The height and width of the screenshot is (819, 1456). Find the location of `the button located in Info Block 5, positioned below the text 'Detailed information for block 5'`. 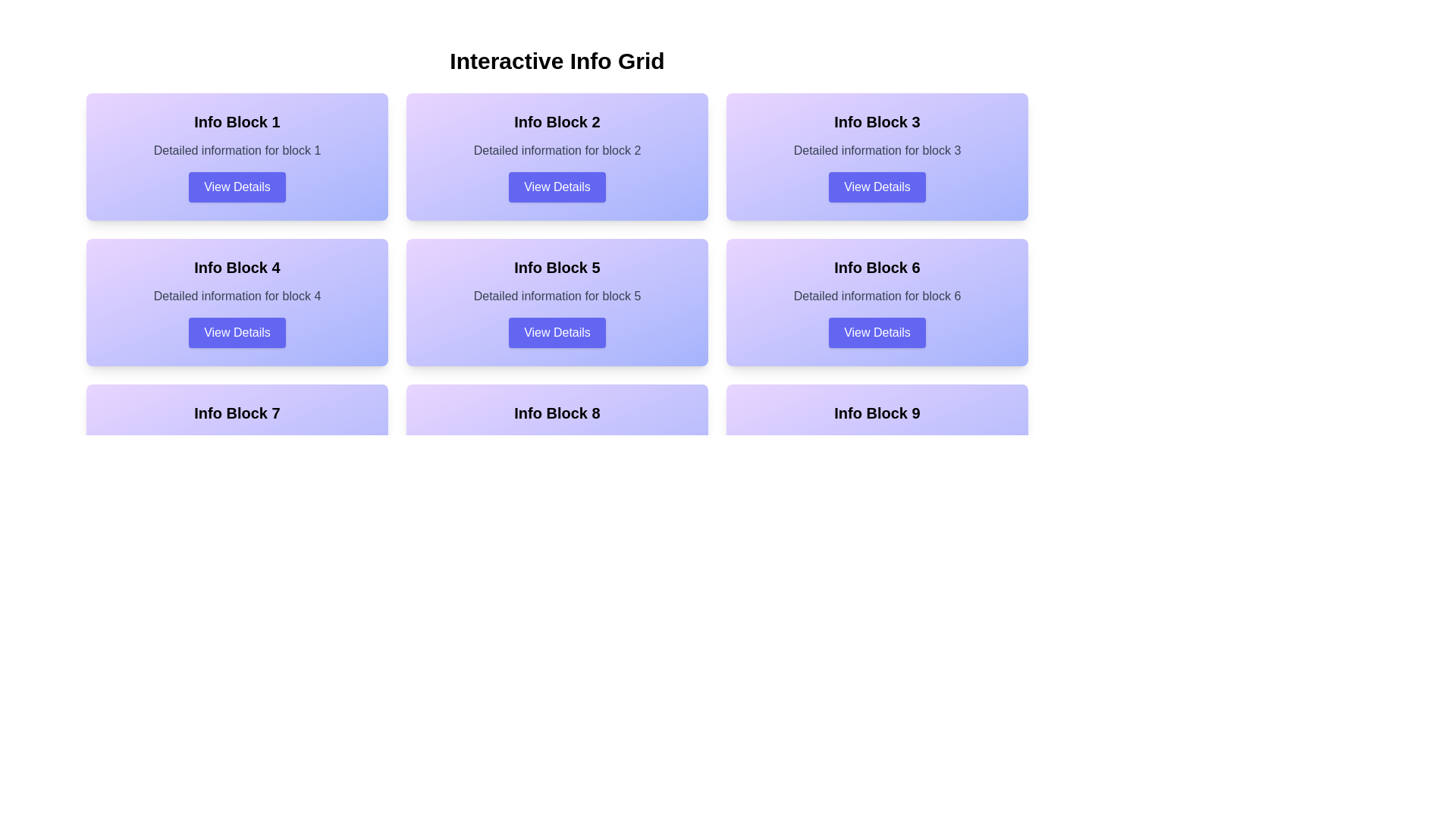

the button located in Info Block 5, positioned below the text 'Detailed information for block 5' is located at coordinates (556, 332).